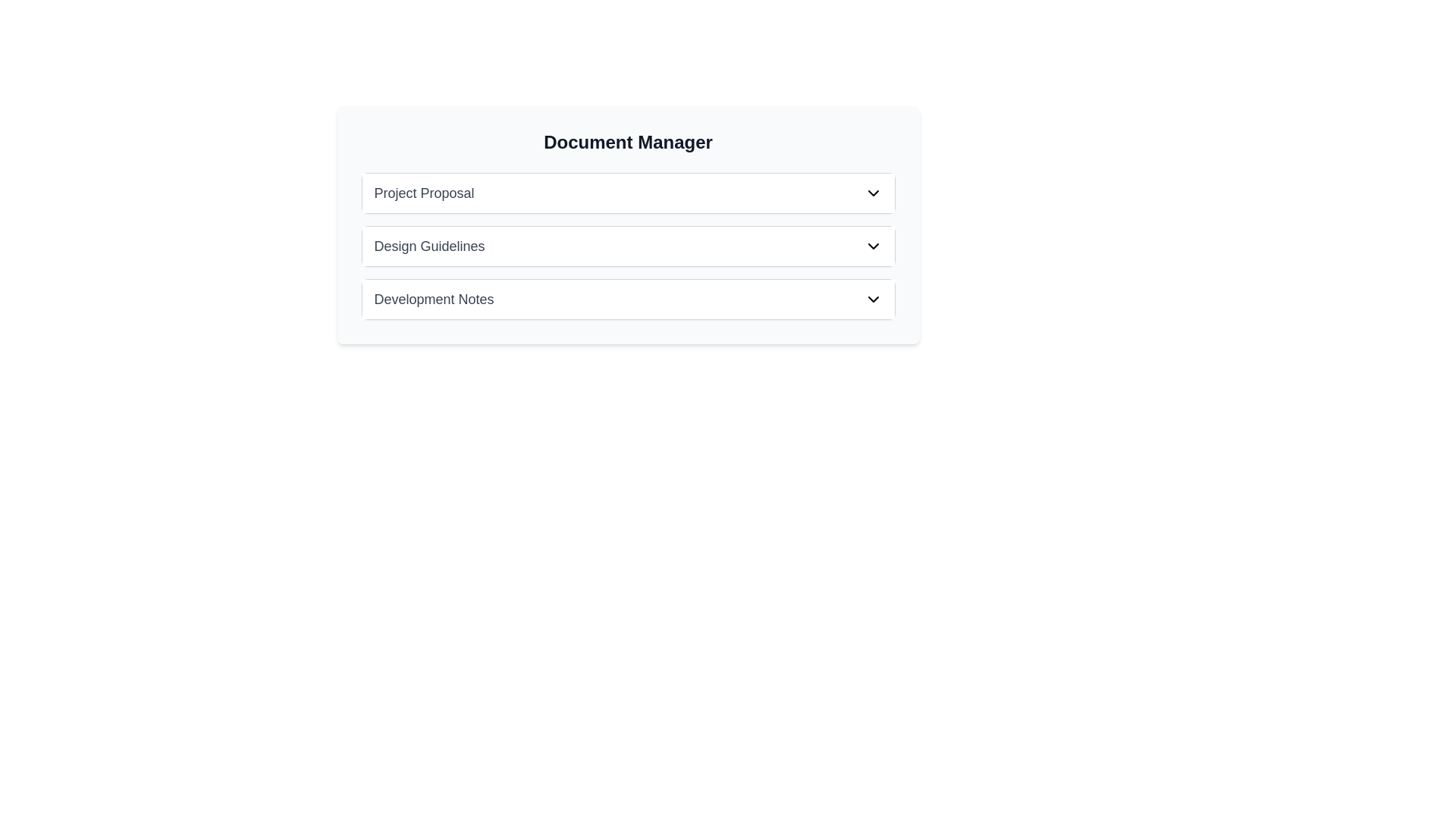 The width and height of the screenshot is (1456, 819). Describe the element at coordinates (628, 245) in the screenshot. I see `the 'Design Guidelines' dropdown trigger row, which is the second entry under 'Document Manager'` at that location.